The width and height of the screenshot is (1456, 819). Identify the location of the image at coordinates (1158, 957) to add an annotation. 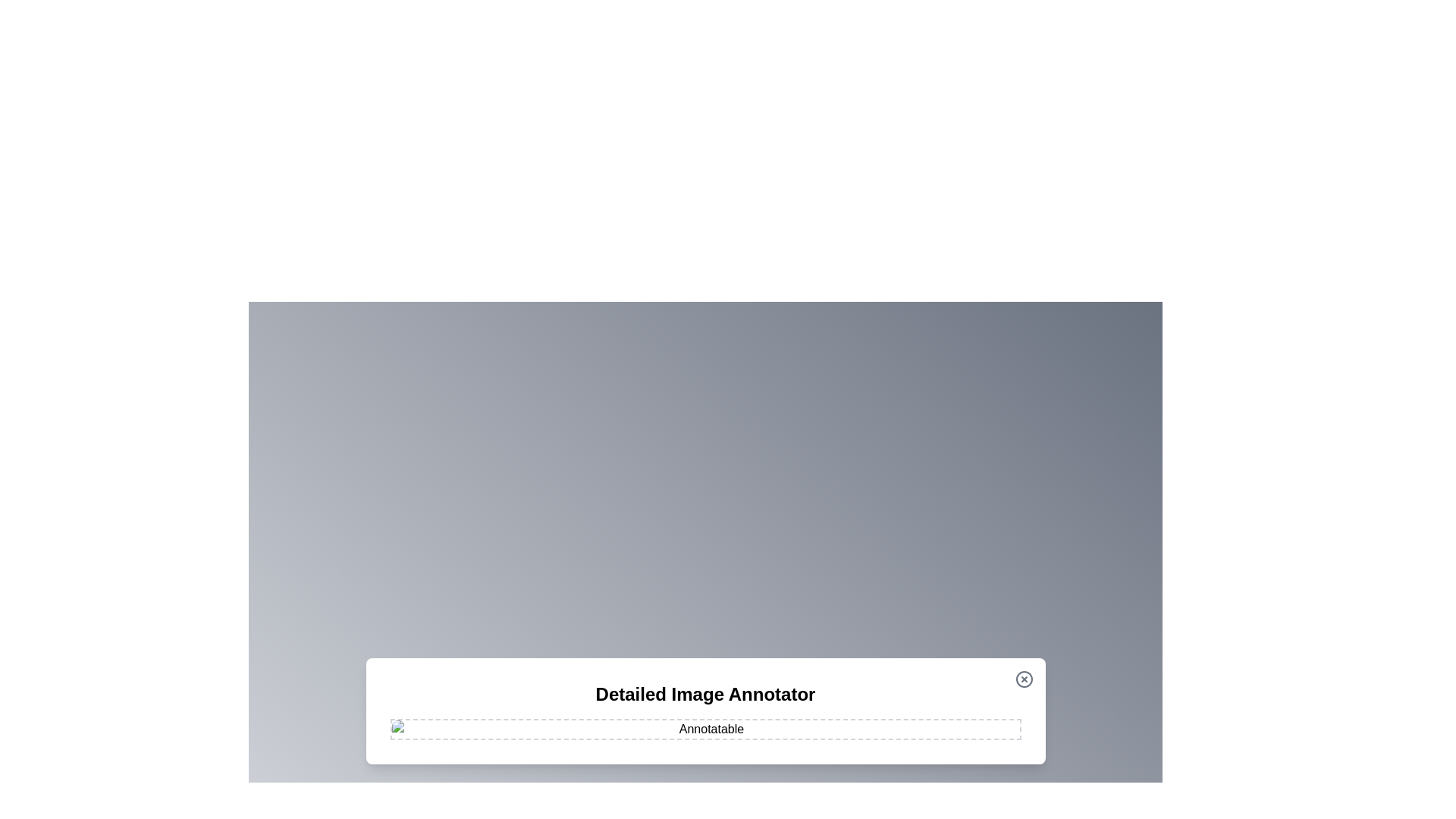
(877, 724).